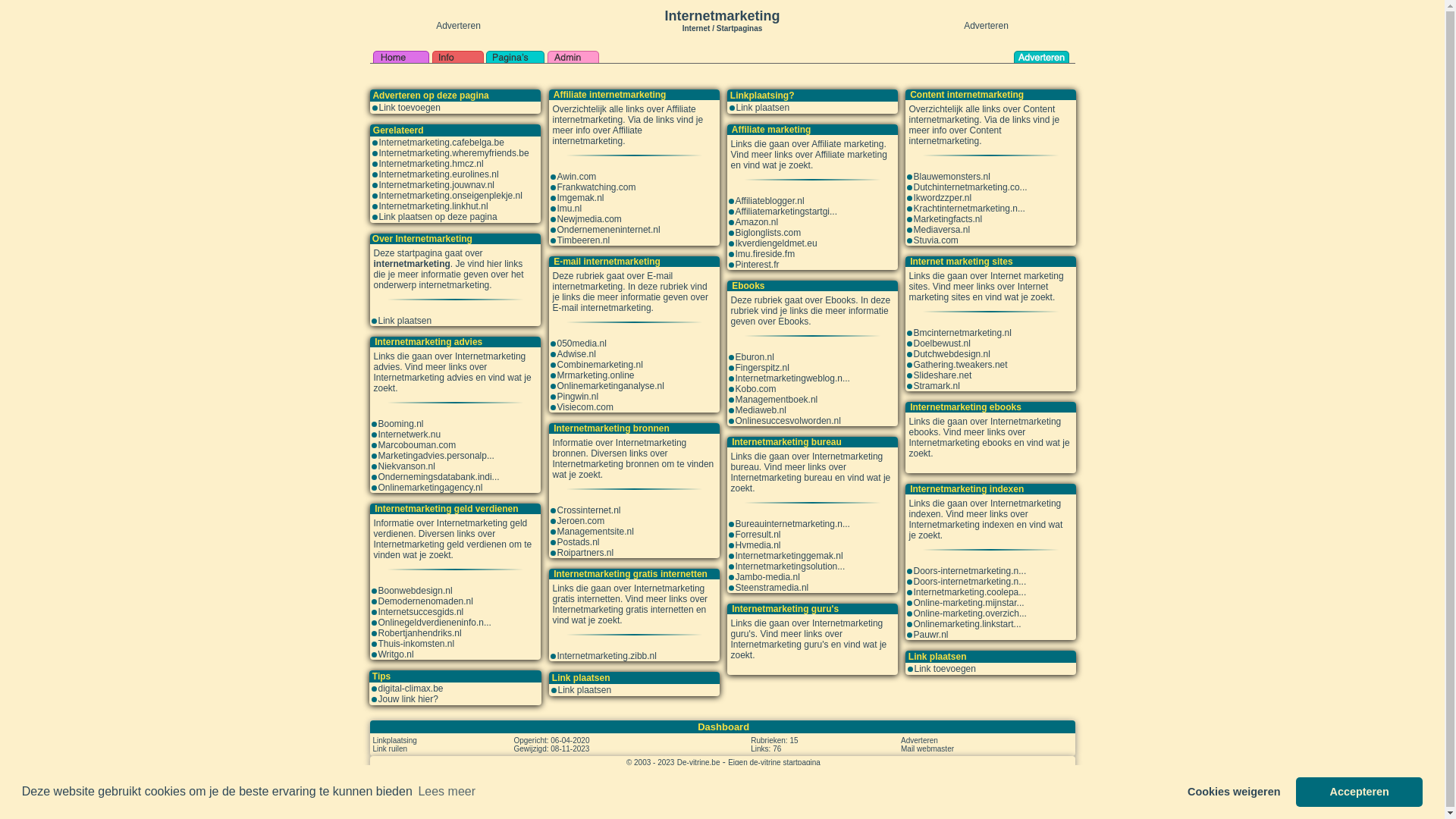  I want to click on 'Adwise.nl', so click(575, 353).